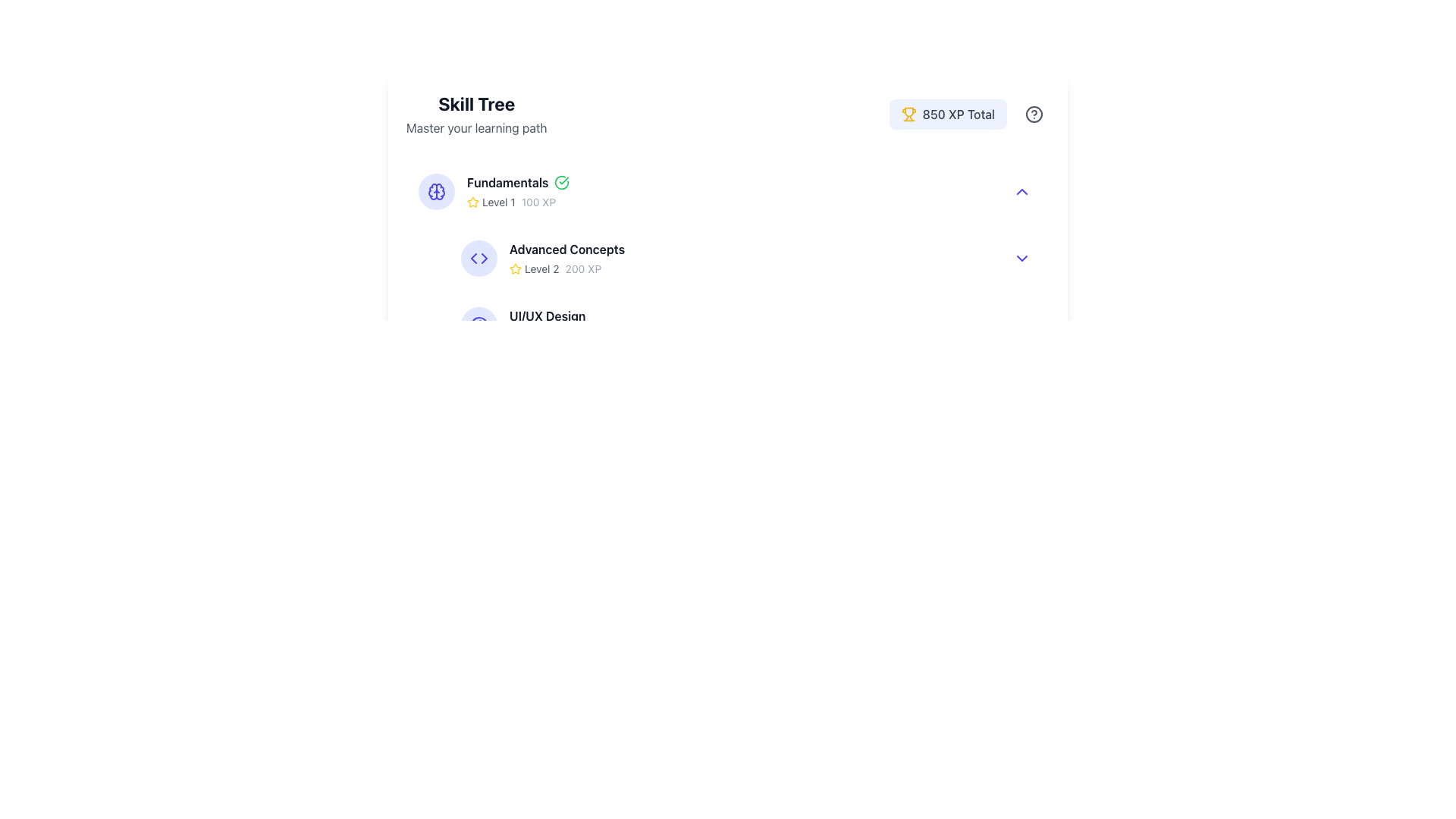 This screenshot has height=819, width=1456. What do you see at coordinates (475, 113) in the screenshot?
I see `the Text label indicating the section's title and subtitle for the skill progression feature located near the upper-left corner of the interface` at bounding box center [475, 113].